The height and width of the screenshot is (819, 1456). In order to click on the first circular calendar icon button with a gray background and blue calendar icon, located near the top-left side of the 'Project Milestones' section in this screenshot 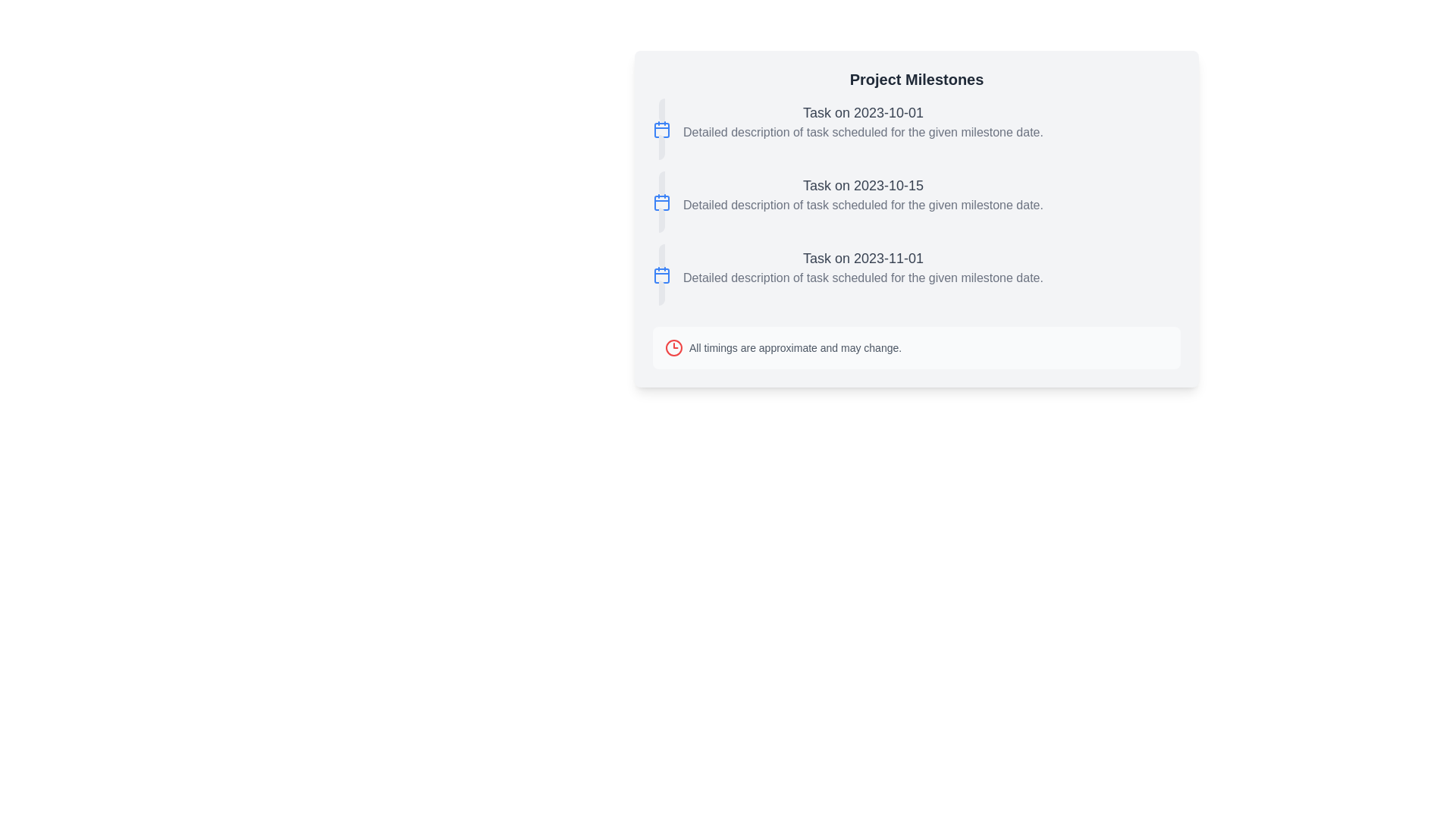, I will do `click(662, 128)`.